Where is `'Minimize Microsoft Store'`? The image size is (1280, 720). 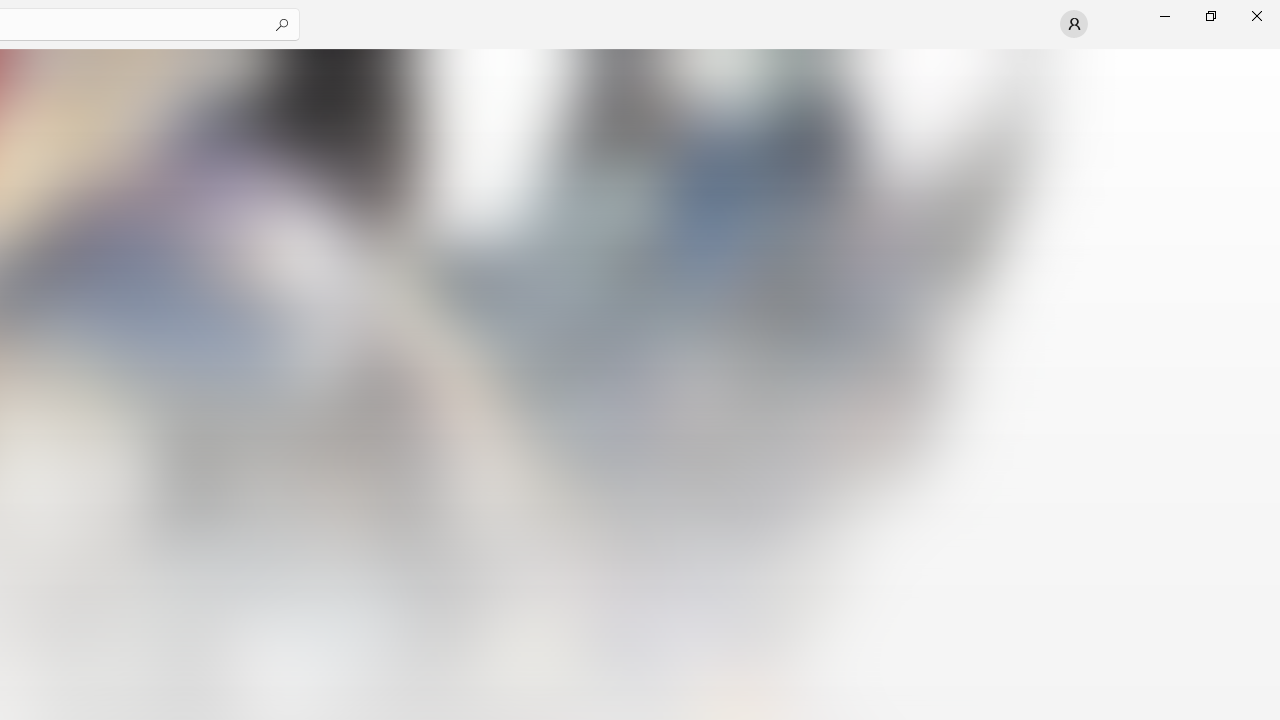 'Minimize Microsoft Store' is located at coordinates (1164, 15).